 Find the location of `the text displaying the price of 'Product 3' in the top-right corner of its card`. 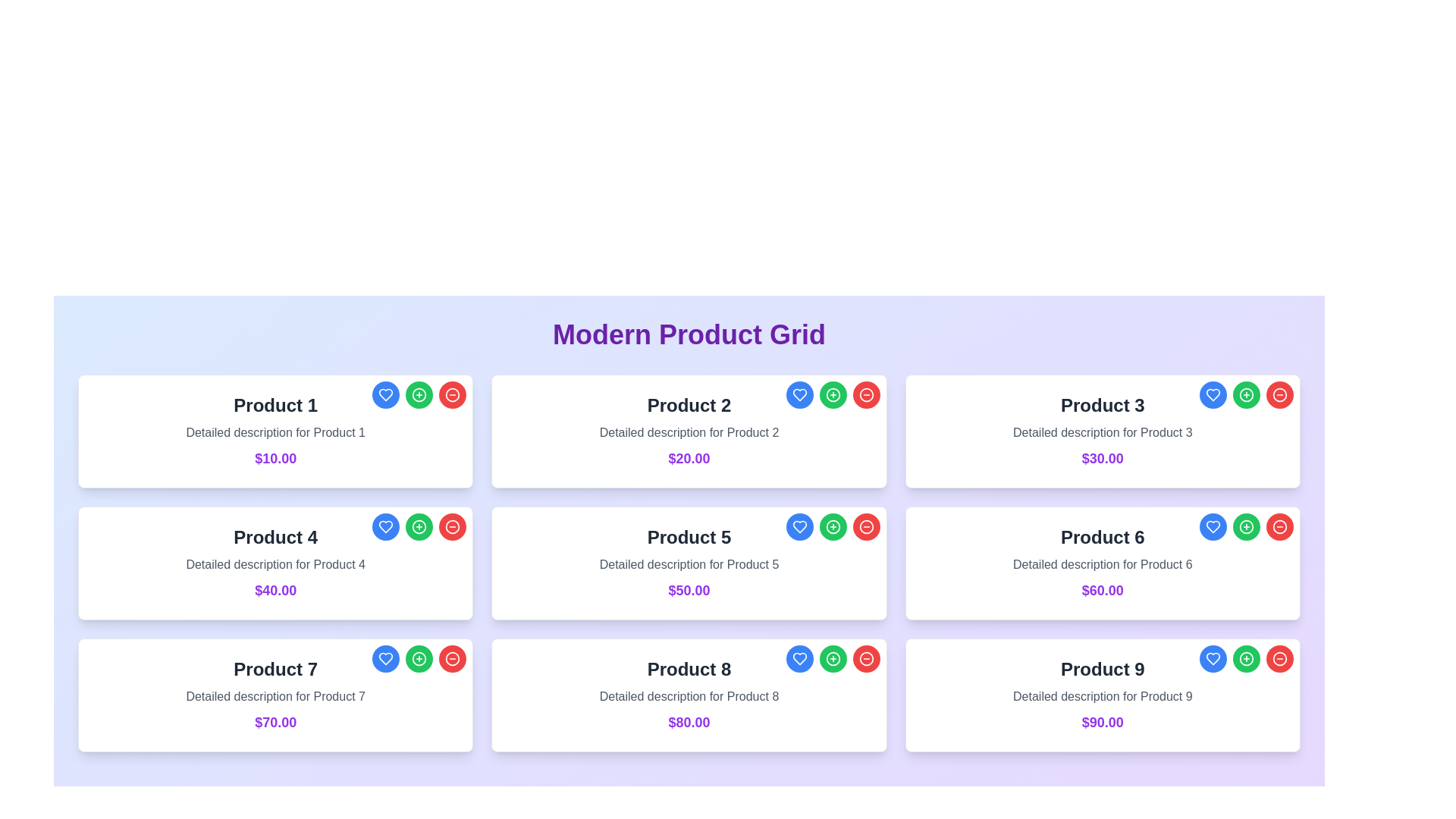

the text displaying the price of 'Product 3' in the top-right corner of its card is located at coordinates (1103, 458).